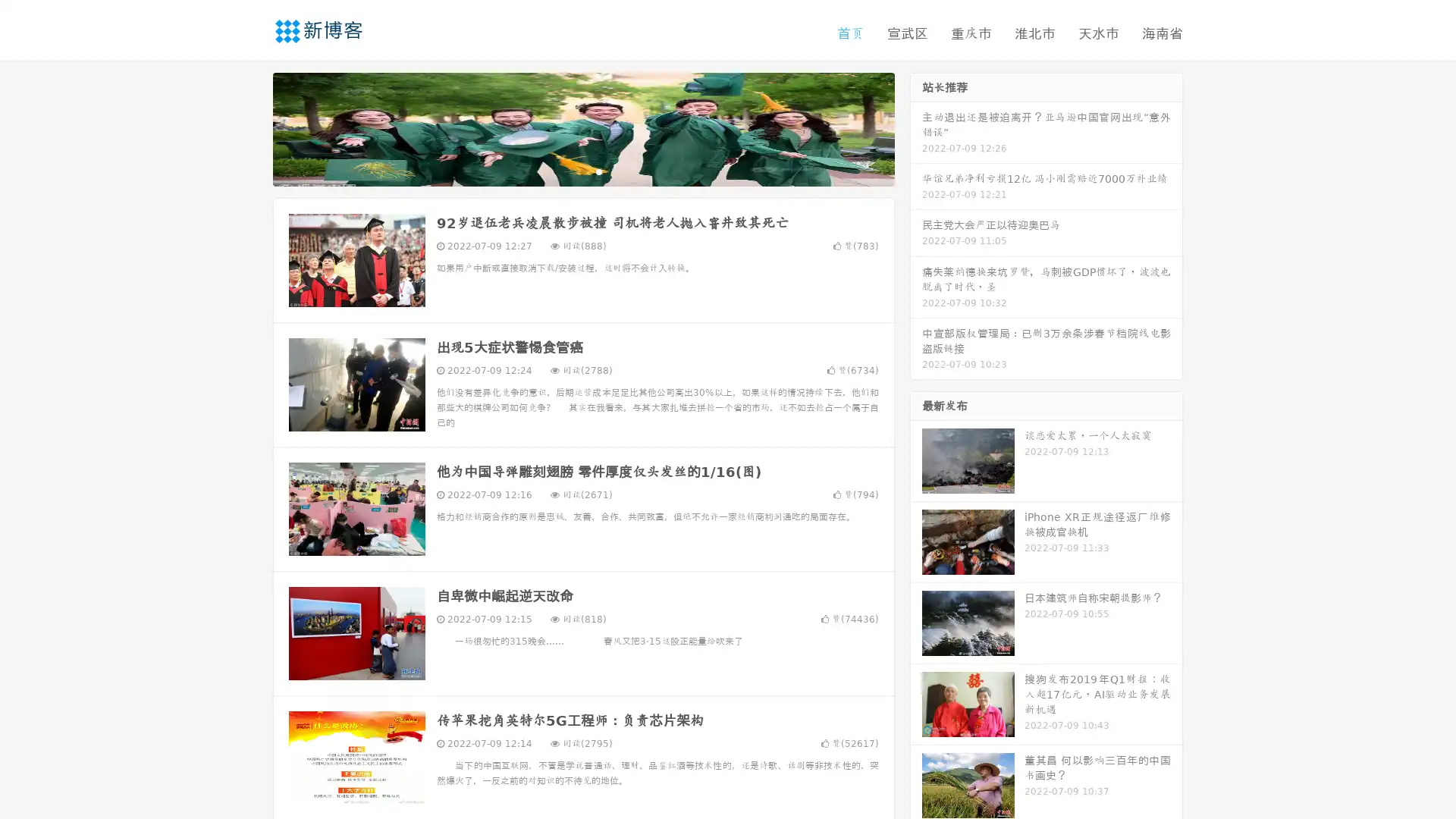 The width and height of the screenshot is (1456, 819). I want to click on Next slide, so click(916, 127).